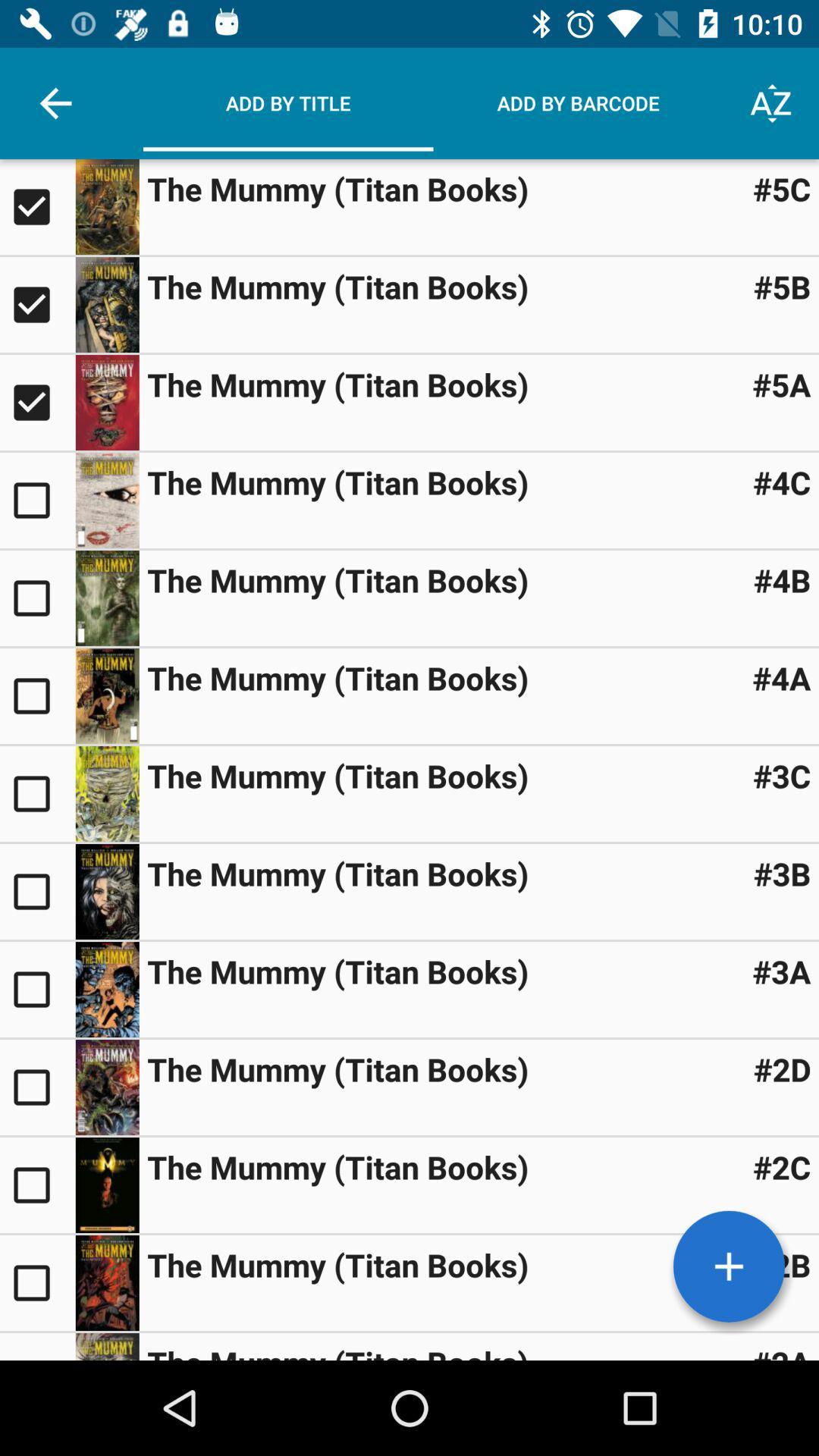 This screenshot has width=819, height=1456. Describe the element at coordinates (771, 102) in the screenshot. I see `the item next to the add by barcode` at that location.